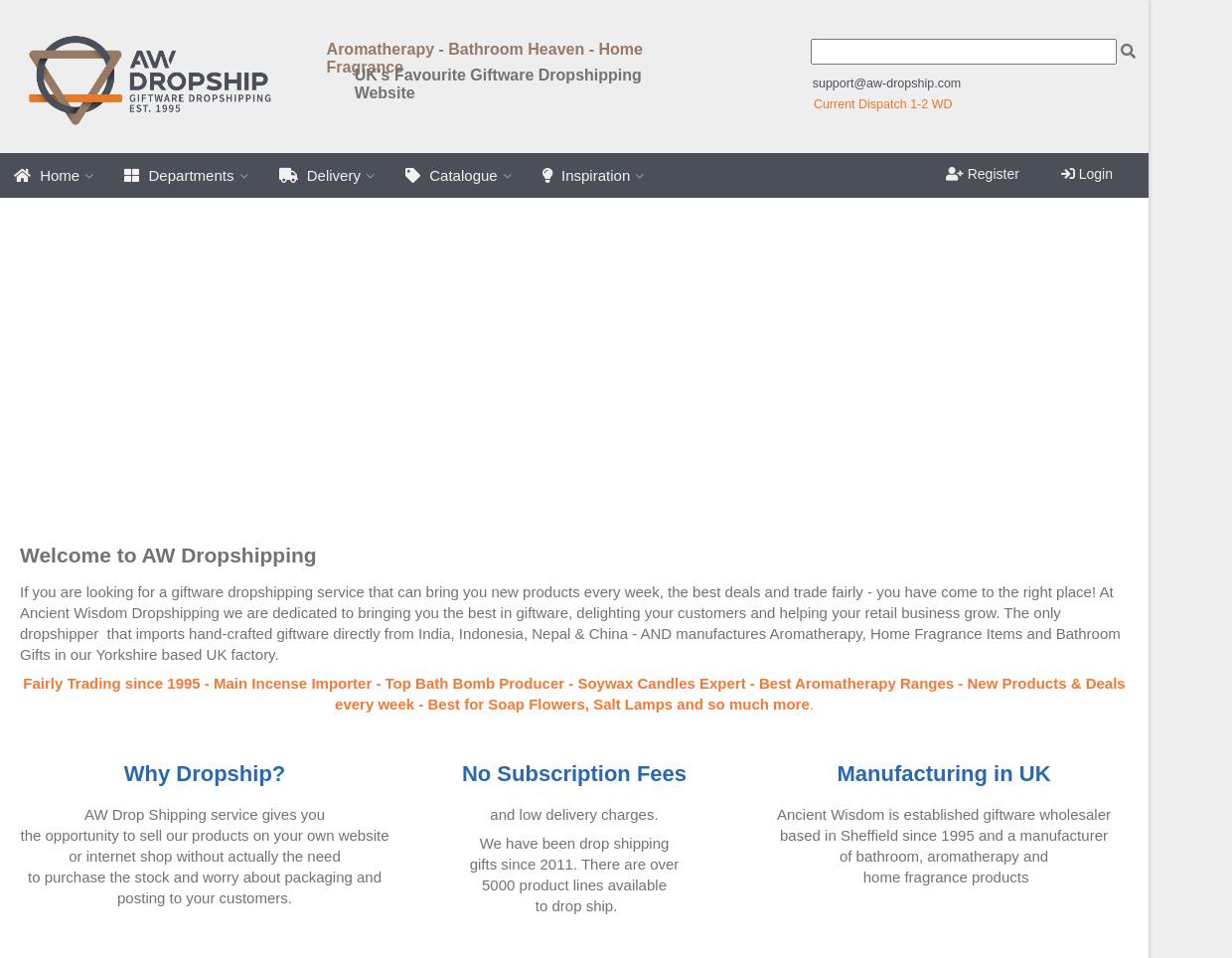 The height and width of the screenshot is (958, 1232). I want to click on 'Home', so click(59, 174).